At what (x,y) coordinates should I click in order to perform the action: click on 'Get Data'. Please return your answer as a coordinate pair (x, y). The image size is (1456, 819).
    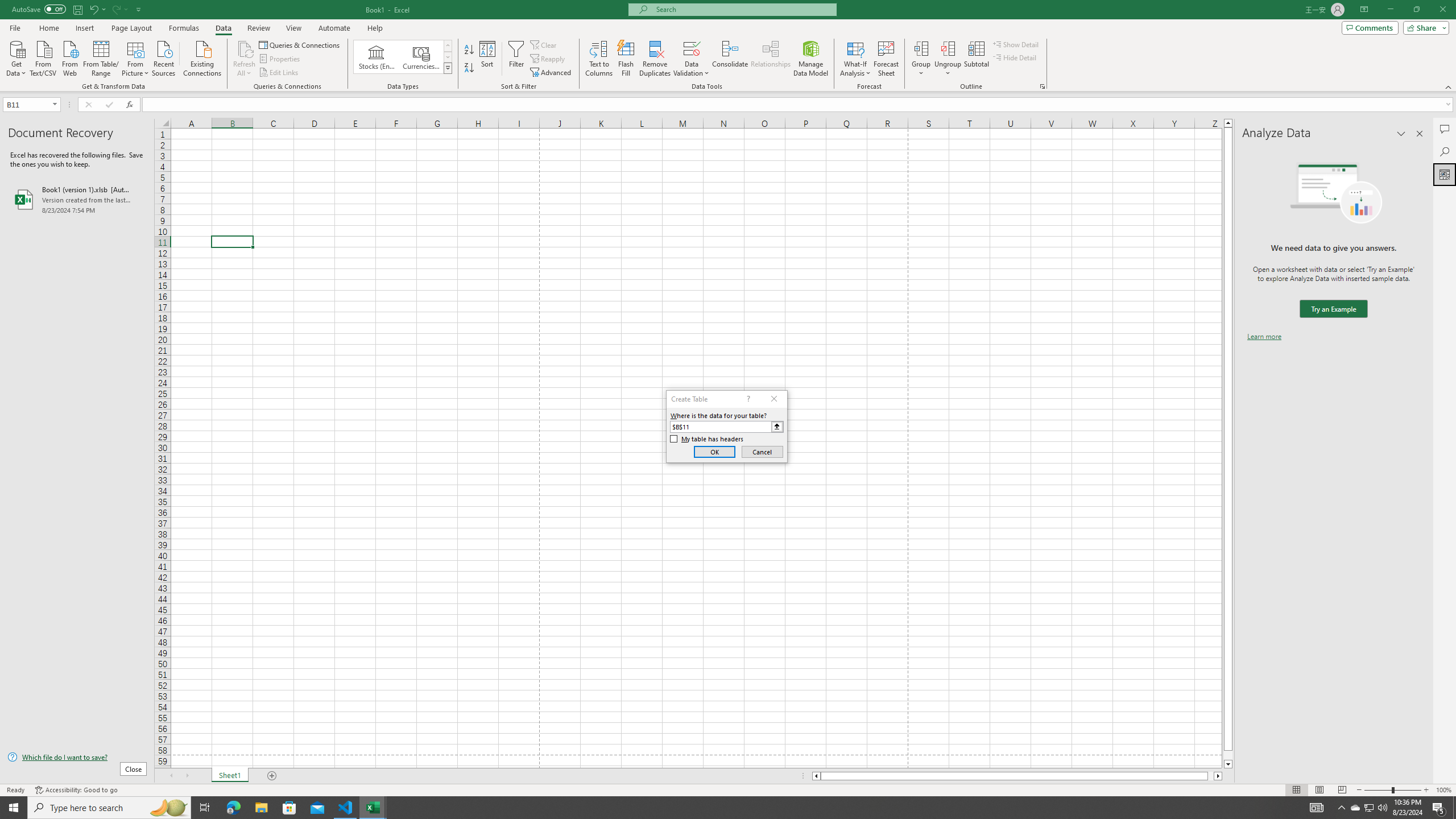
    Looking at the image, I should click on (16, 57).